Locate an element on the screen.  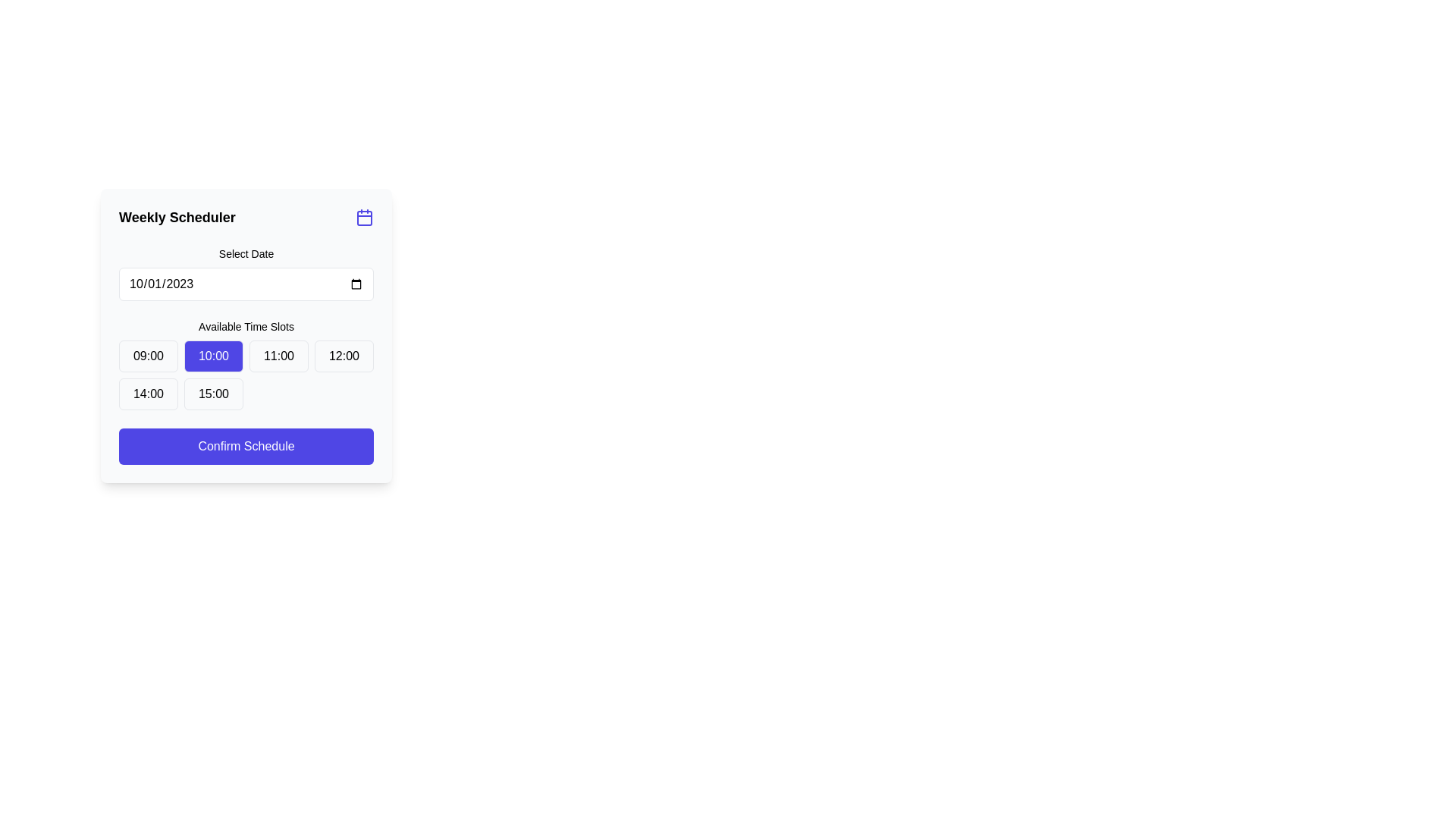
the rounded rectangular button labeled '15:00' in the second row, second column of the grid is located at coordinates (213, 394).